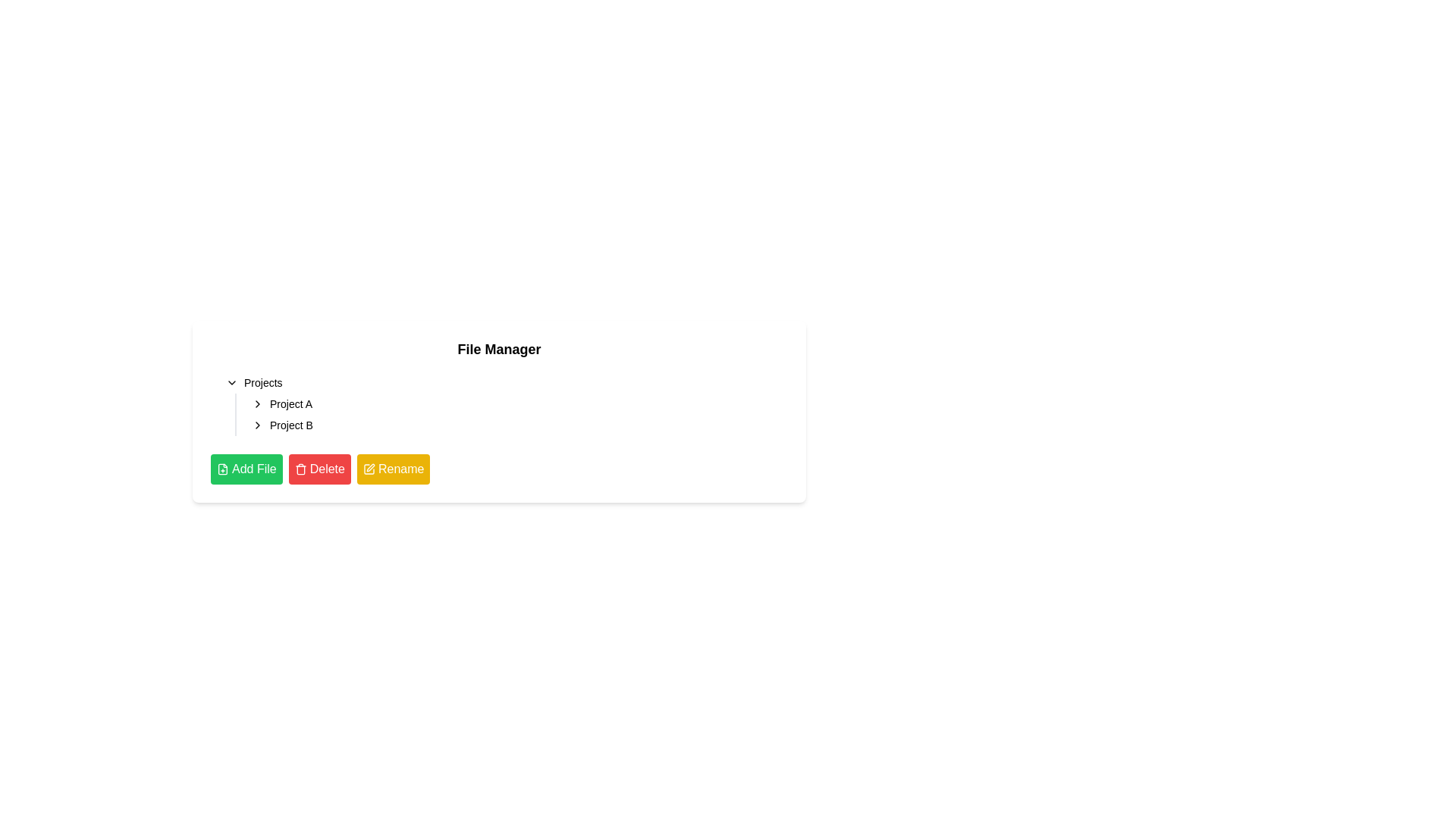 This screenshot has height=819, width=1456. Describe the element at coordinates (221, 468) in the screenshot. I see `the green button labeled 'Add File'` at that location.